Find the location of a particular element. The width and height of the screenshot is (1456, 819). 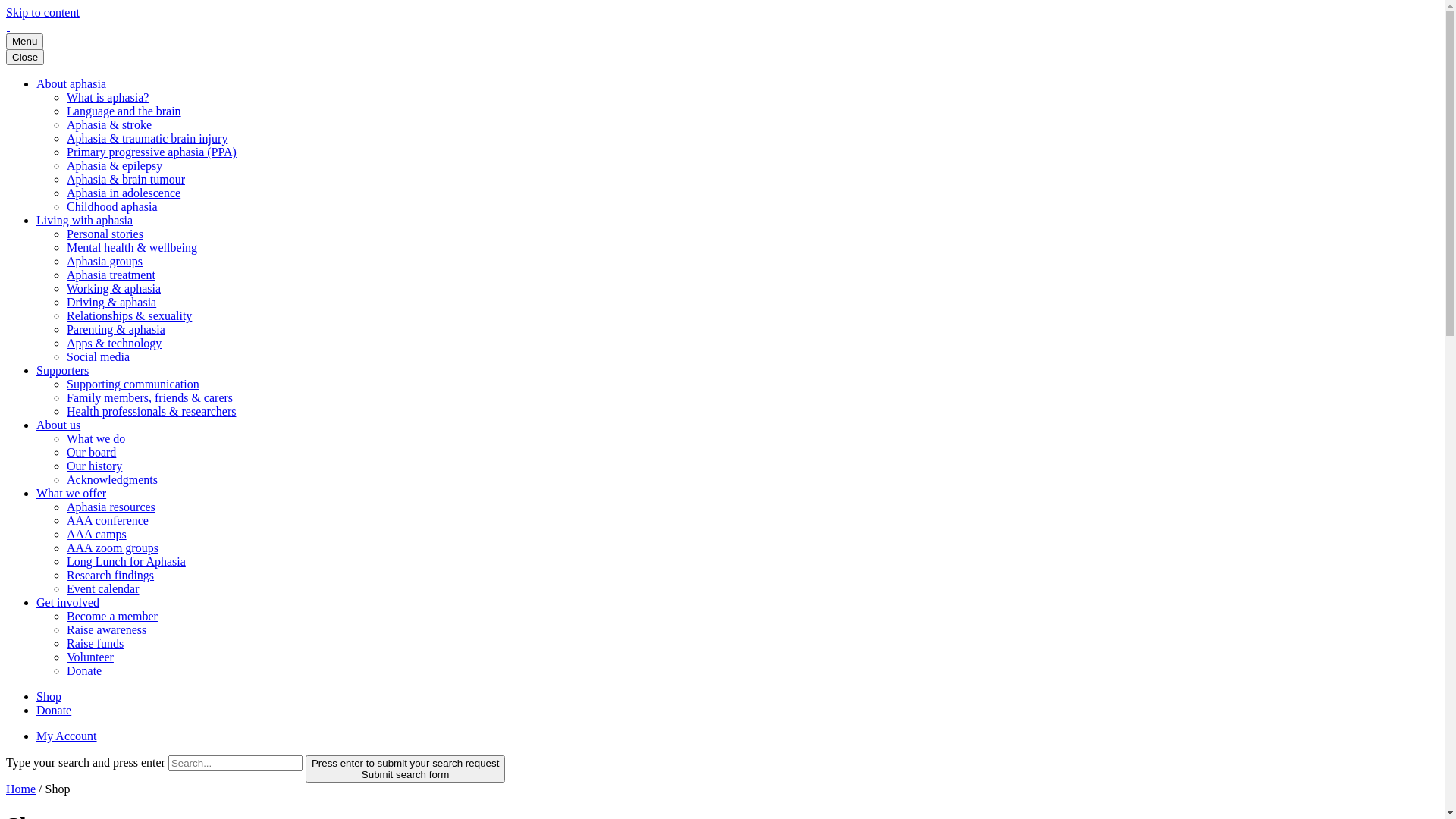

'About aphasia' is located at coordinates (71, 83).